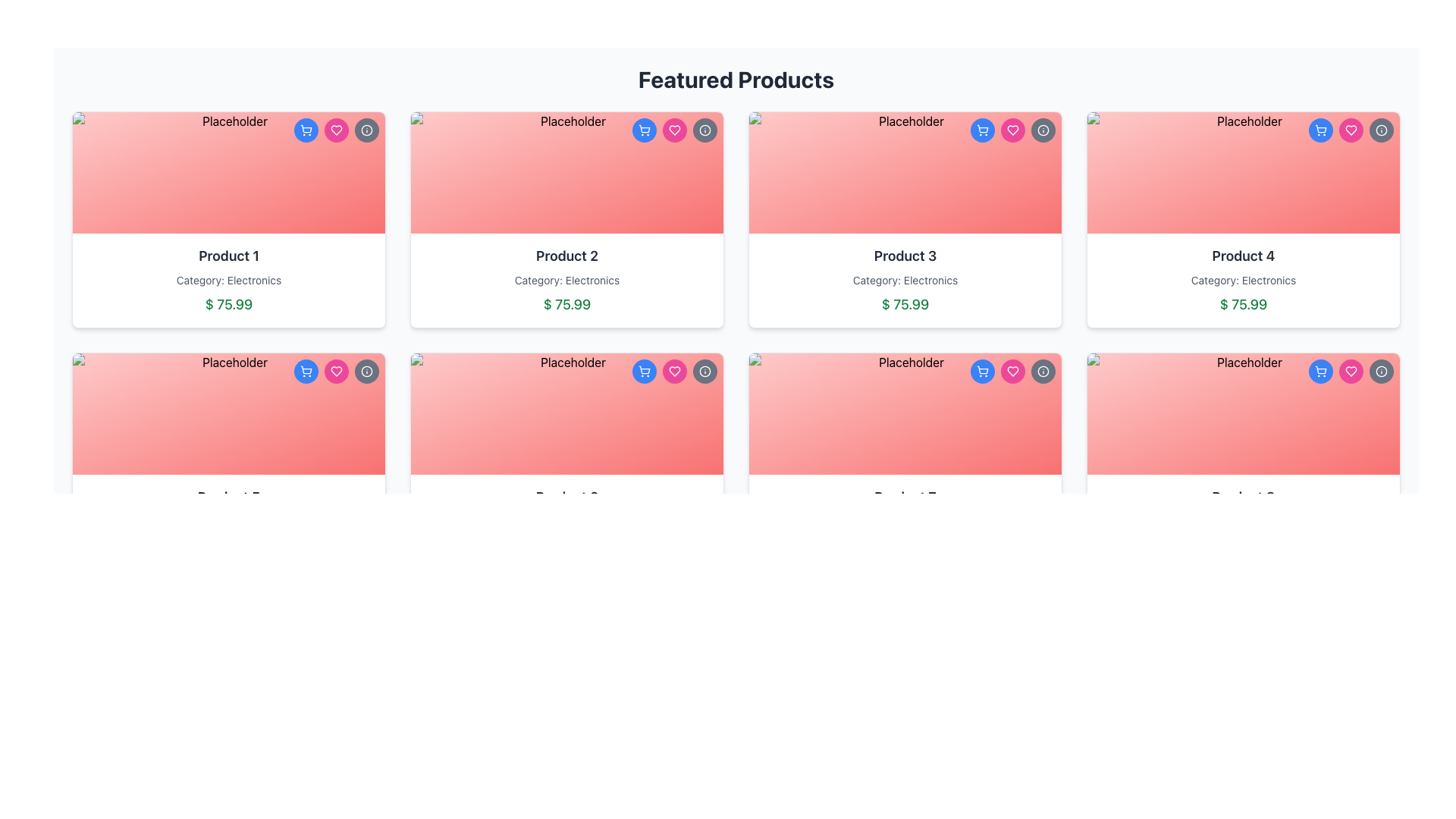  What do you see at coordinates (336, 130) in the screenshot?
I see `the heart icon button located in the top-right corner of the 'Product 1' card to favorite the item` at bounding box center [336, 130].